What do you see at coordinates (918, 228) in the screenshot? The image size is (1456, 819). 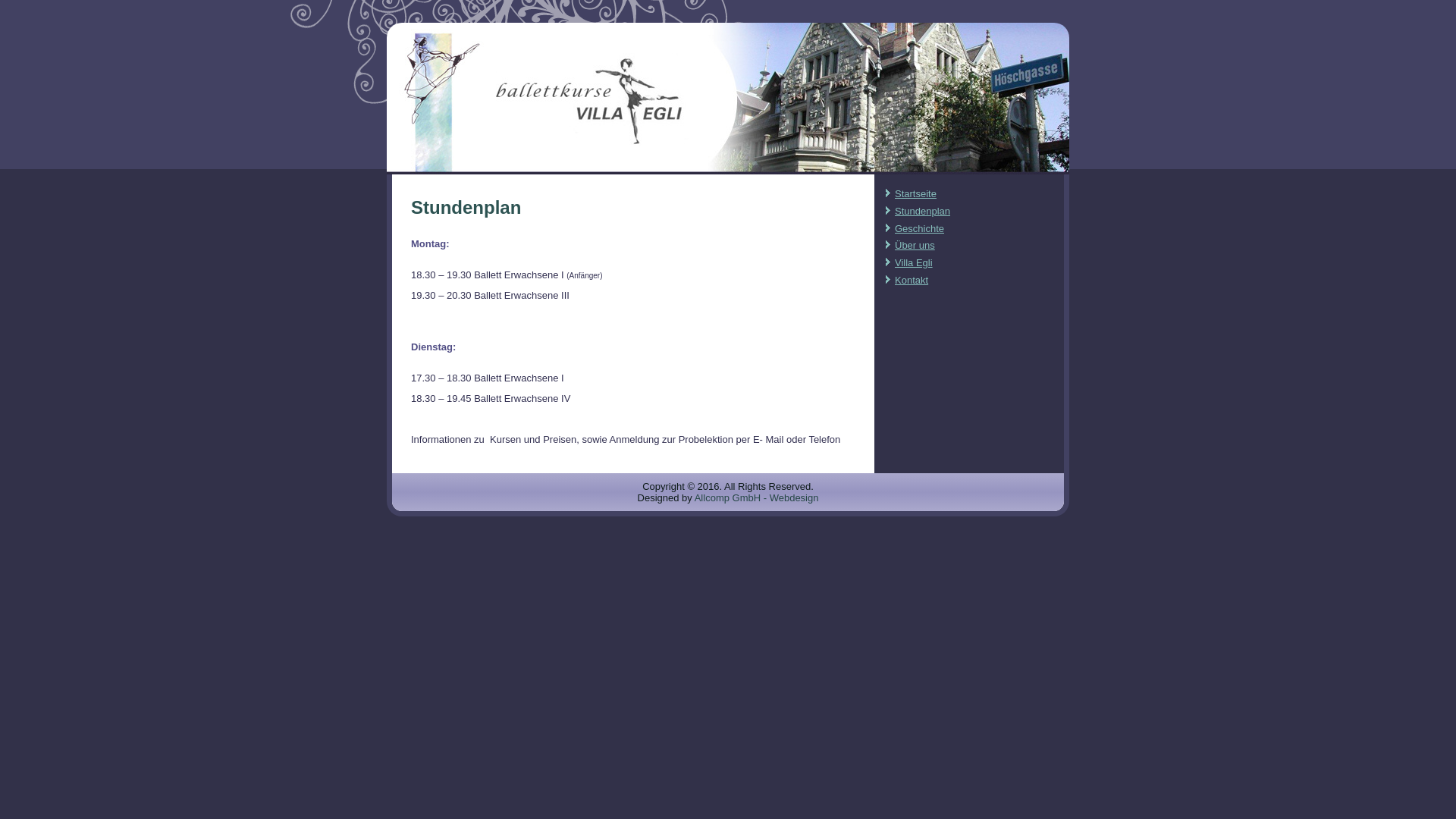 I see `'Geschichte'` at bounding box center [918, 228].